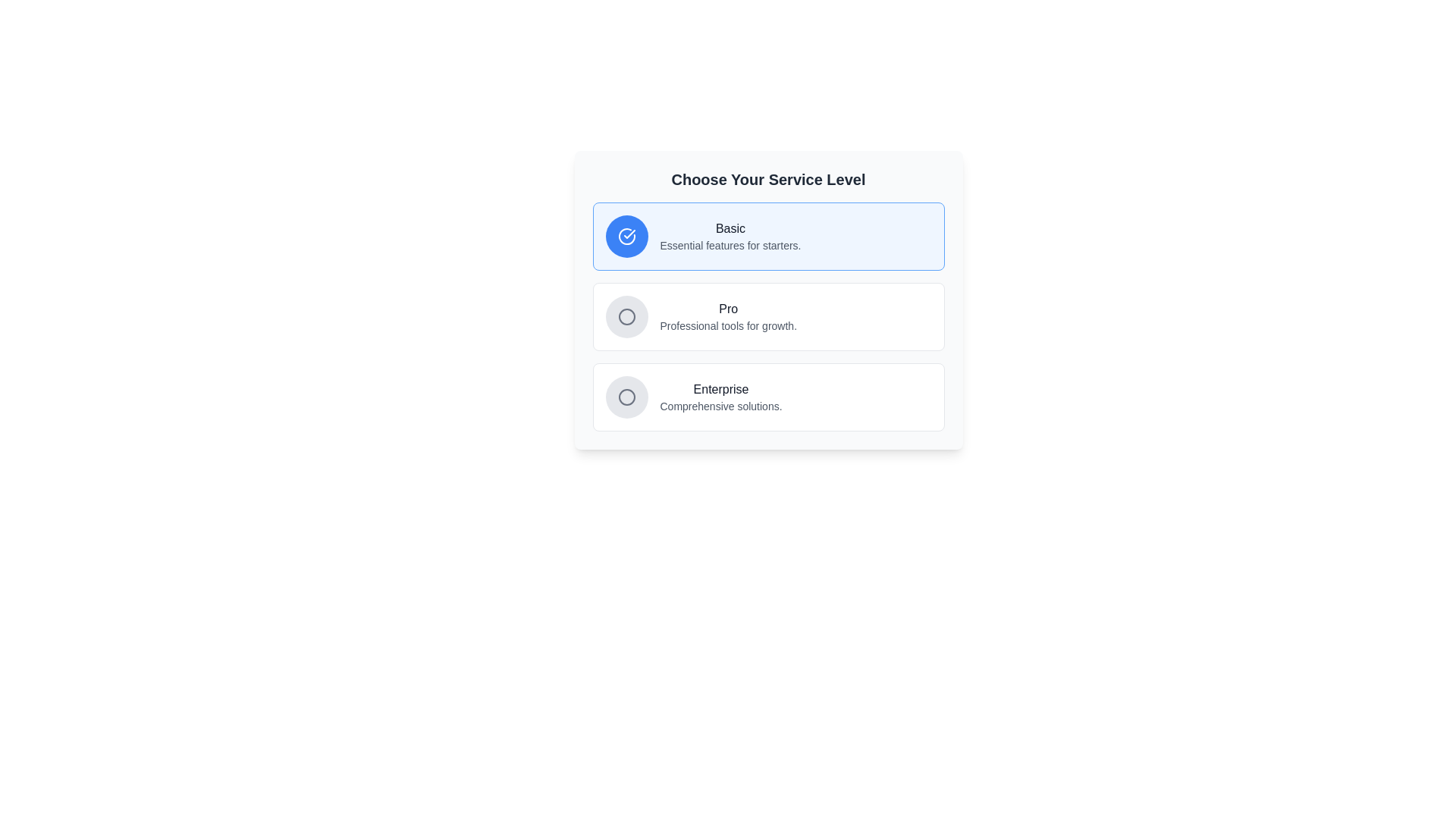 This screenshot has width=1456, height=819. Describe the element at coordinates (730, 237) in the screenshot. I see `the text element titled 'Basic' within the selectable card that features a blue background, indicating selection and displaying the subtitle 'Essential features for starters.'` at that location.